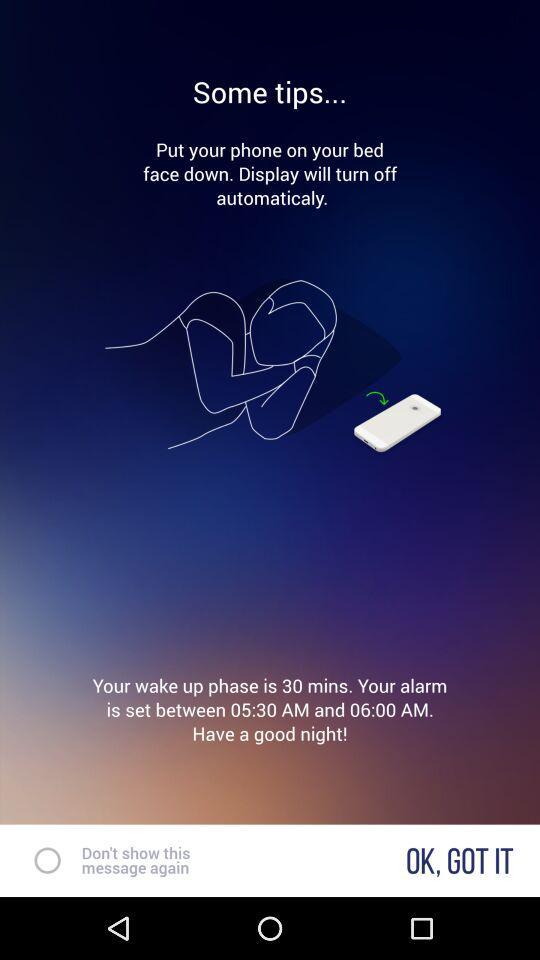 This screenshot has height=960, width=540. I want to click on text next to ok got it at the bottom of the page, so click(135, 860).